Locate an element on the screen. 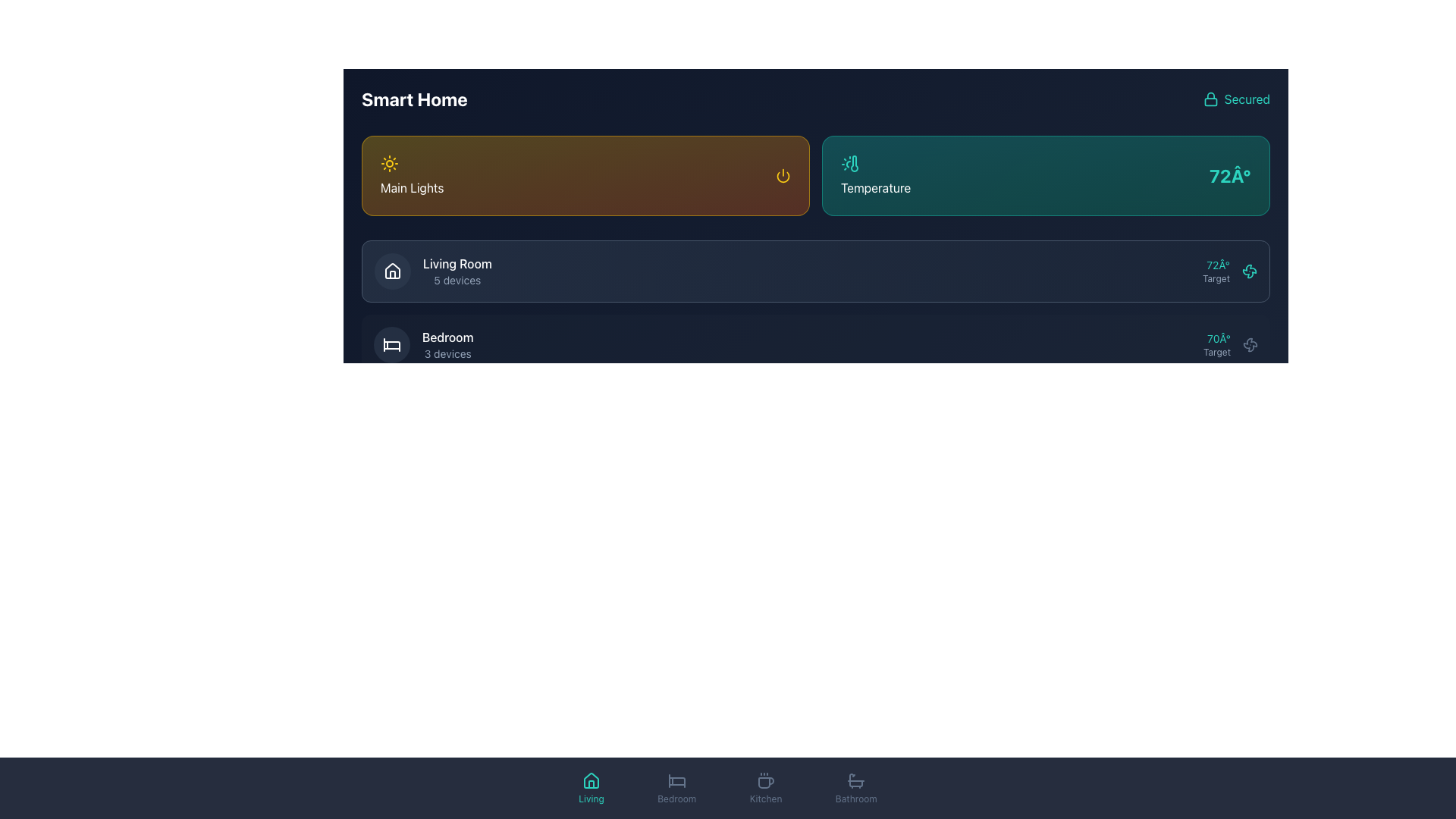 This screenshot has width=1456, height=819. the 'Secured' label with a lock icon, which is located in the top-right corner of the 'Smart Home' section of the interface, aligned horizontally with the title 'Smart Home' is located at coordinates (1236, 99).